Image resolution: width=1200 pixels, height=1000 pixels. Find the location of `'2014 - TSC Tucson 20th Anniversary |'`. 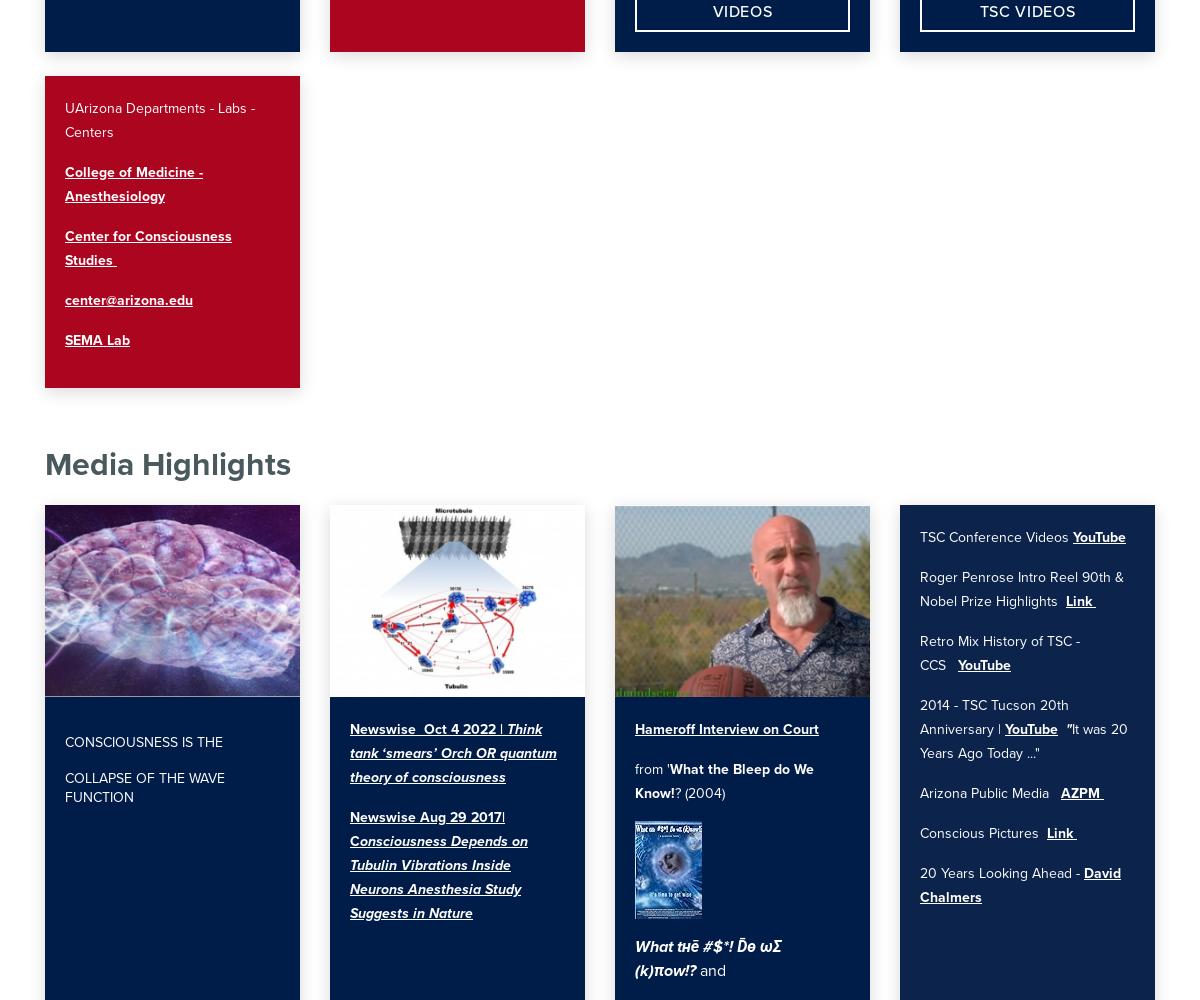

'2014 - TSC Tucson 20th Anniversary |' is located at coordinates (920, 716).